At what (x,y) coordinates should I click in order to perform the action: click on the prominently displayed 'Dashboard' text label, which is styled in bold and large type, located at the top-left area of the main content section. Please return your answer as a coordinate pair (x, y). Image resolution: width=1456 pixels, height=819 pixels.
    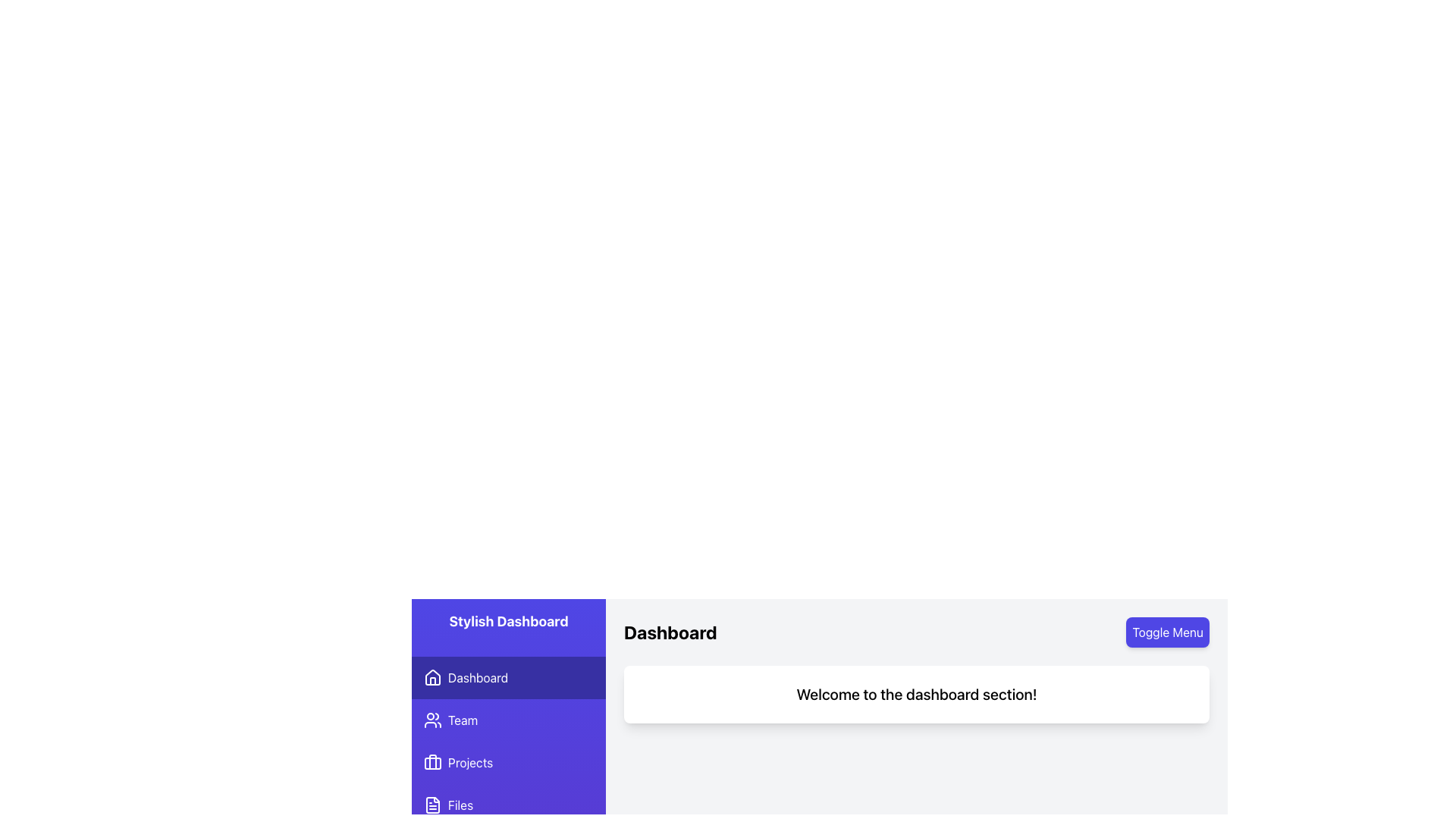
    Looking at the image, I should click on (670, 632).